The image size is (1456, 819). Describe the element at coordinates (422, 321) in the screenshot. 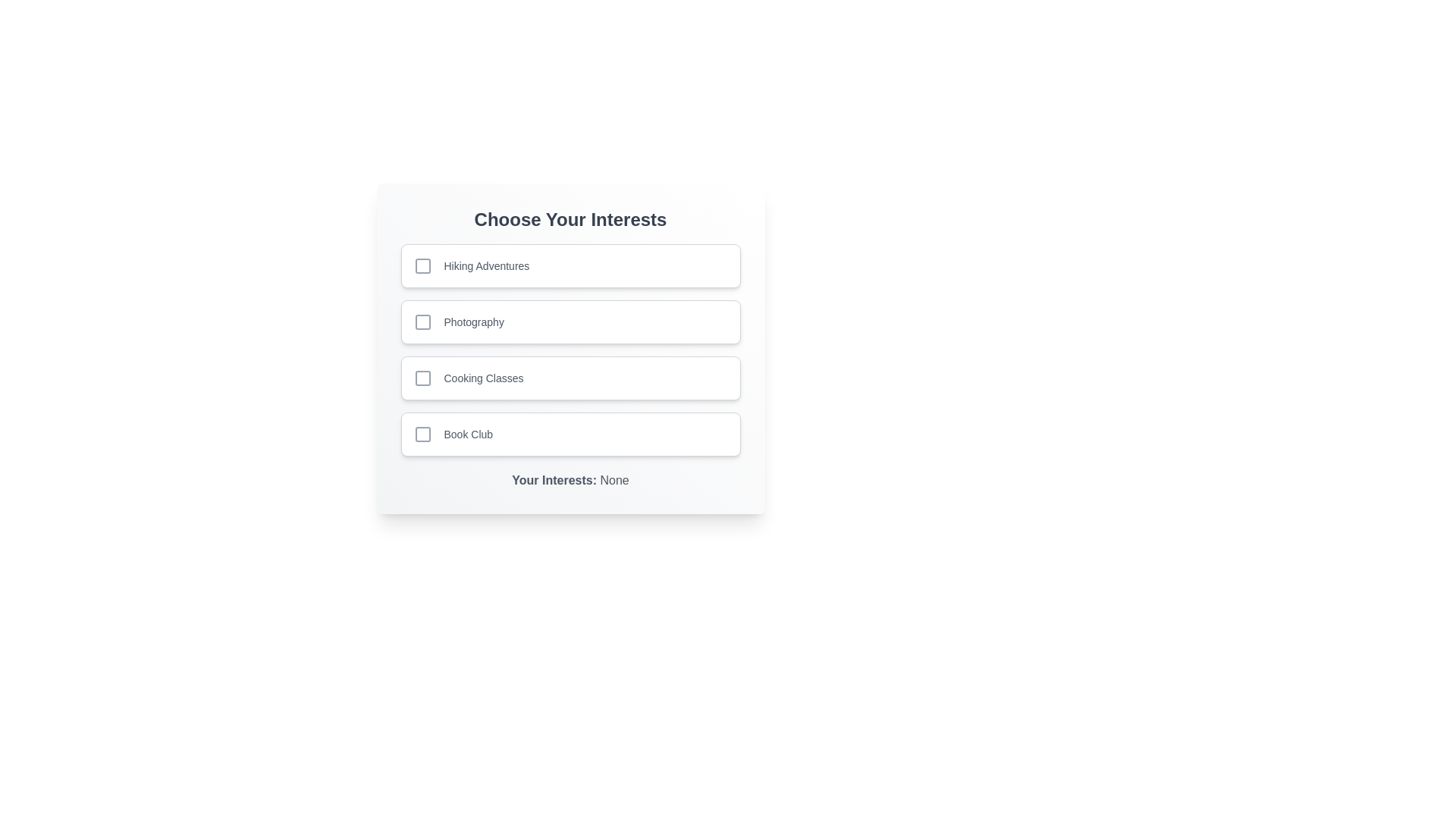

I see `the checkbox styled as an icon with rounded corners next to the label 'Photography'` at that location.